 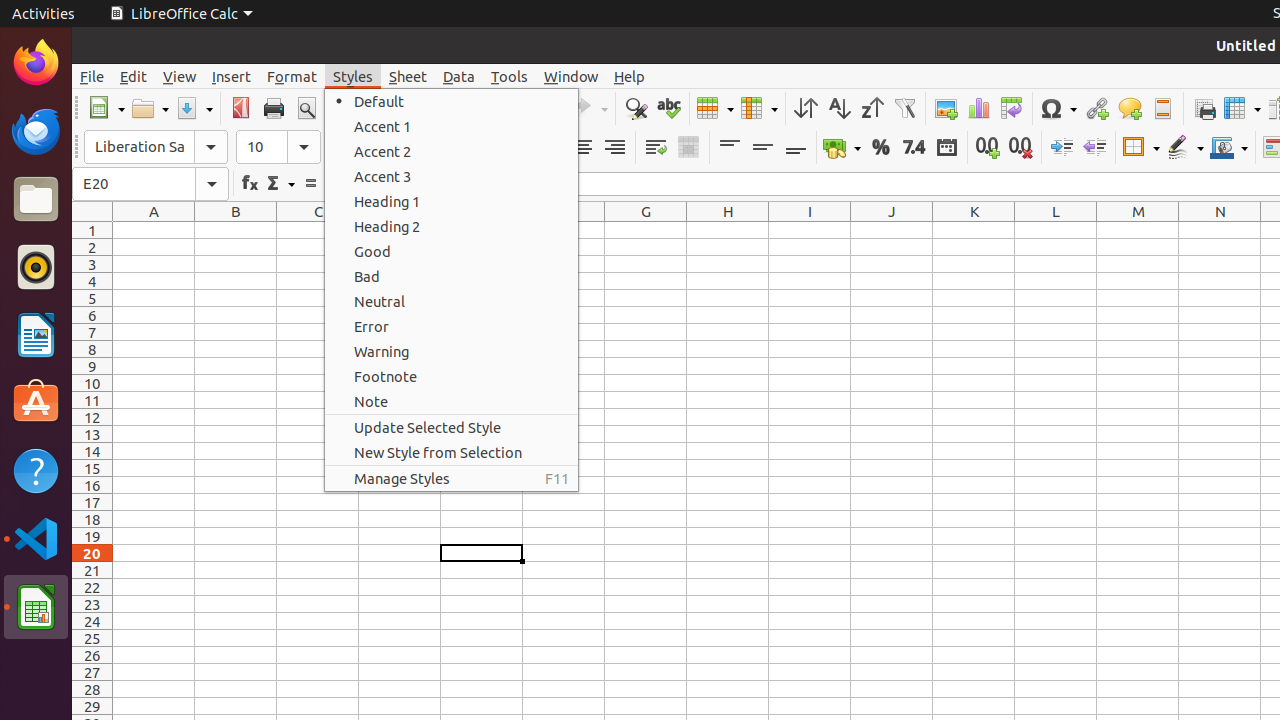 I want to click on 'PDF', so click(x=240, y=108).